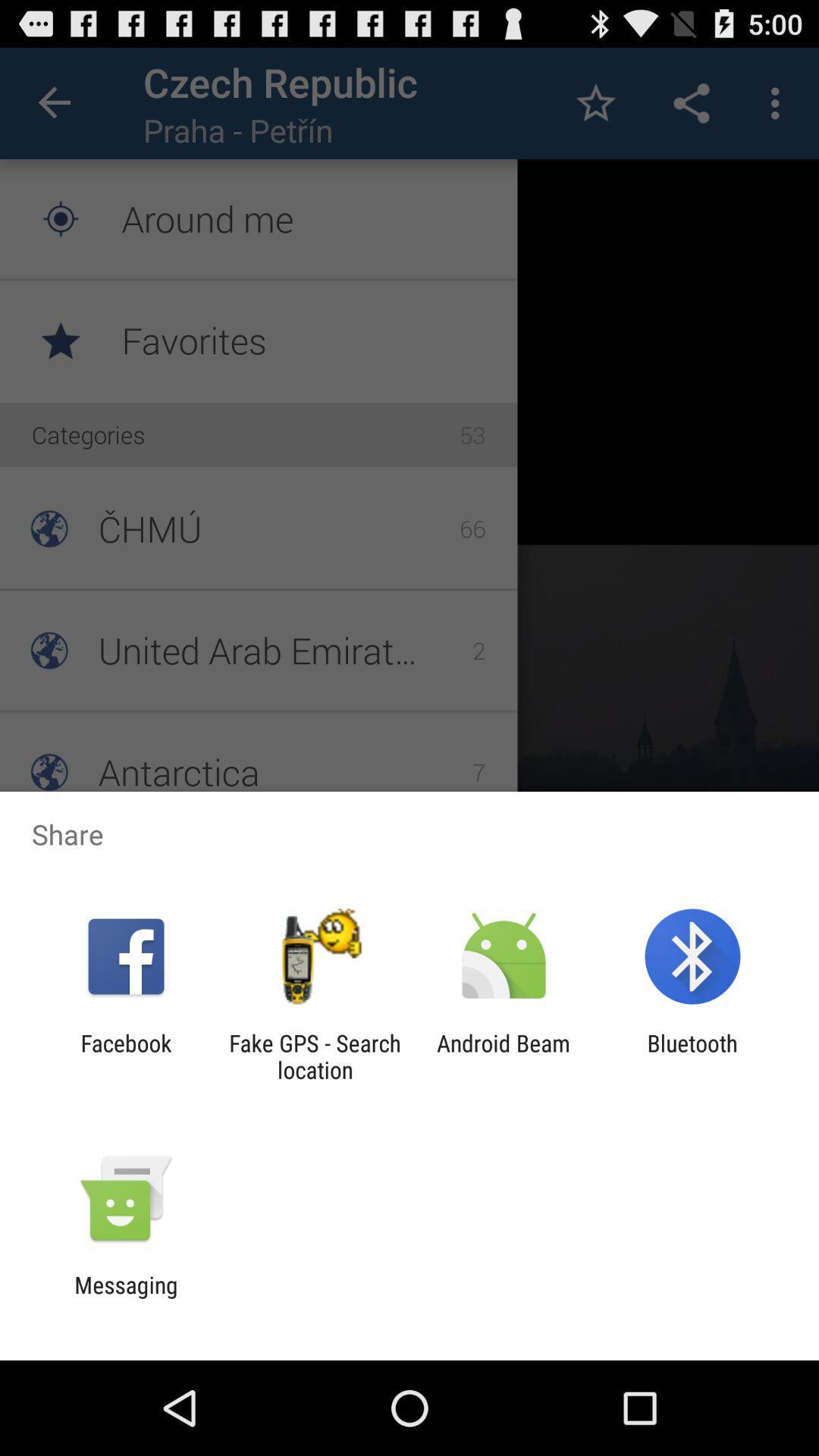  Describe the element at coordinates (504, 1056) in the screenshot. I see `the android beam app` at that location.